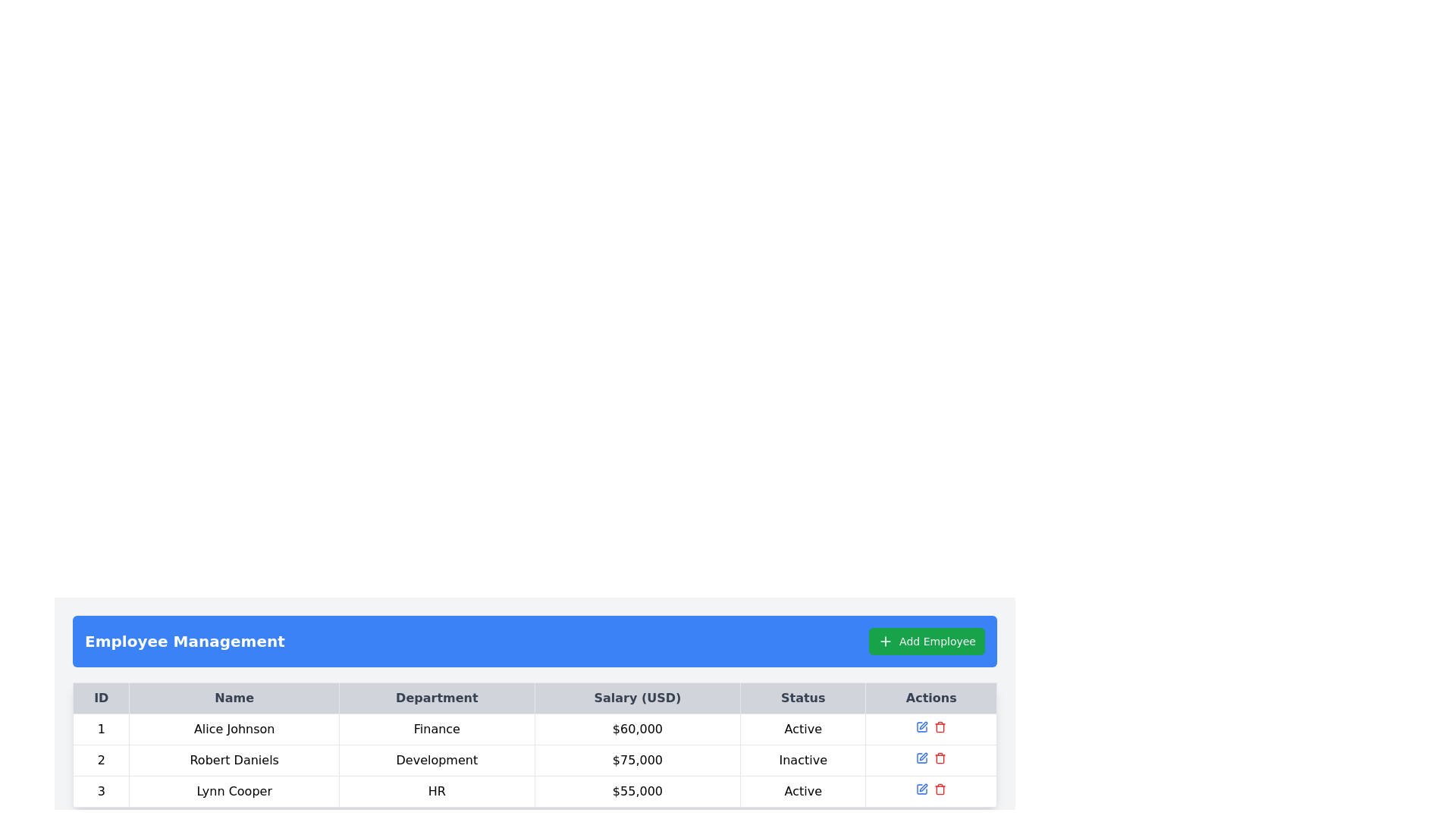  Describe the element at coordinates (923, 724) in the screenshot. I see `the edit button located in the 'Actions' column of the third row for the employee named 'Lynn Cooper'` at that location.